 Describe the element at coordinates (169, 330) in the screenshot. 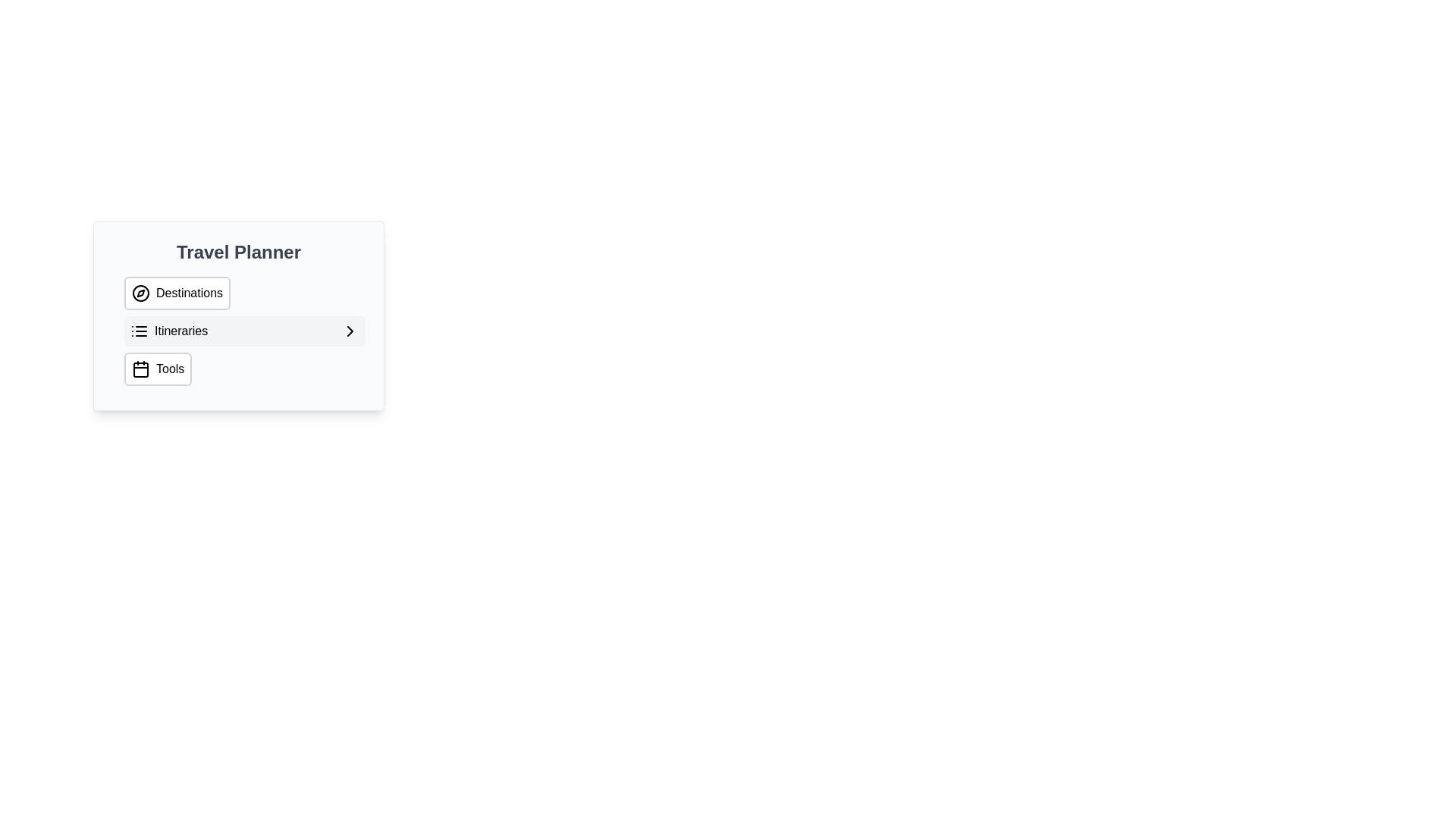

I see `the 'Itineraries' label in the vertical menu` at that location.